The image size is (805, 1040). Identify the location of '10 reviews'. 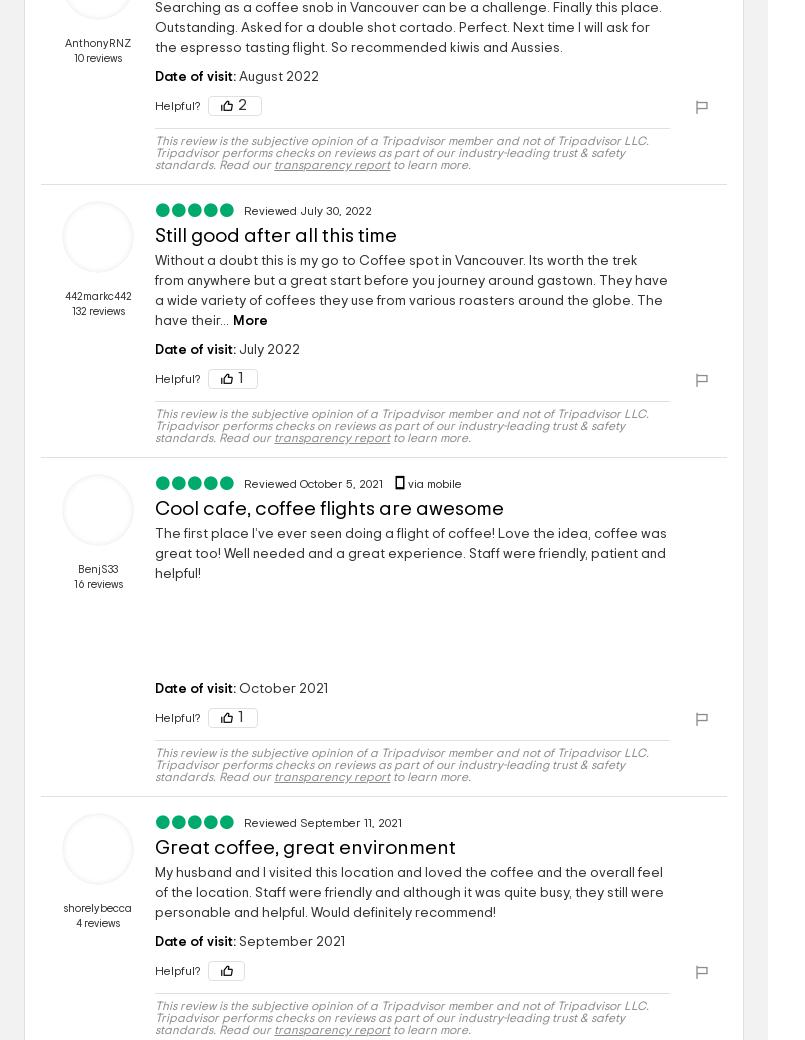
(96, 57).